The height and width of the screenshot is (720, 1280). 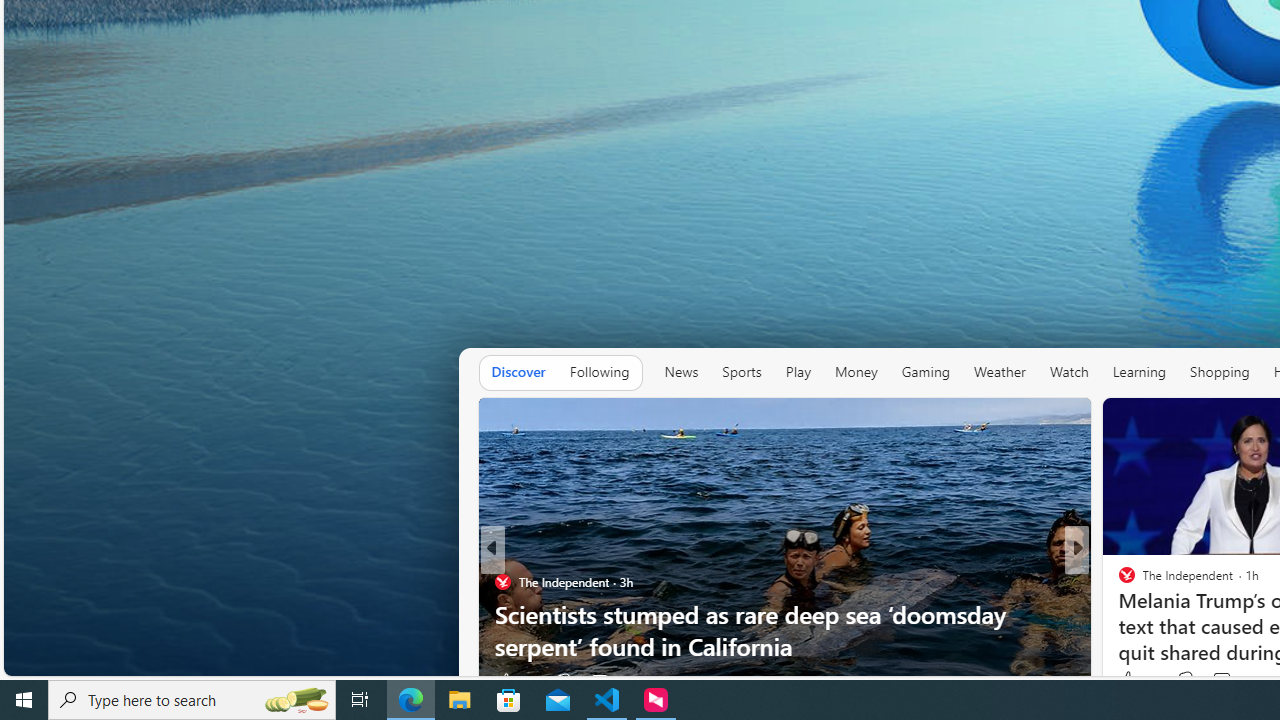 What do you see at coordinates (1117, 581) in the screenshot?
I see `'Bustle'` at bounding box center [1117, 581].